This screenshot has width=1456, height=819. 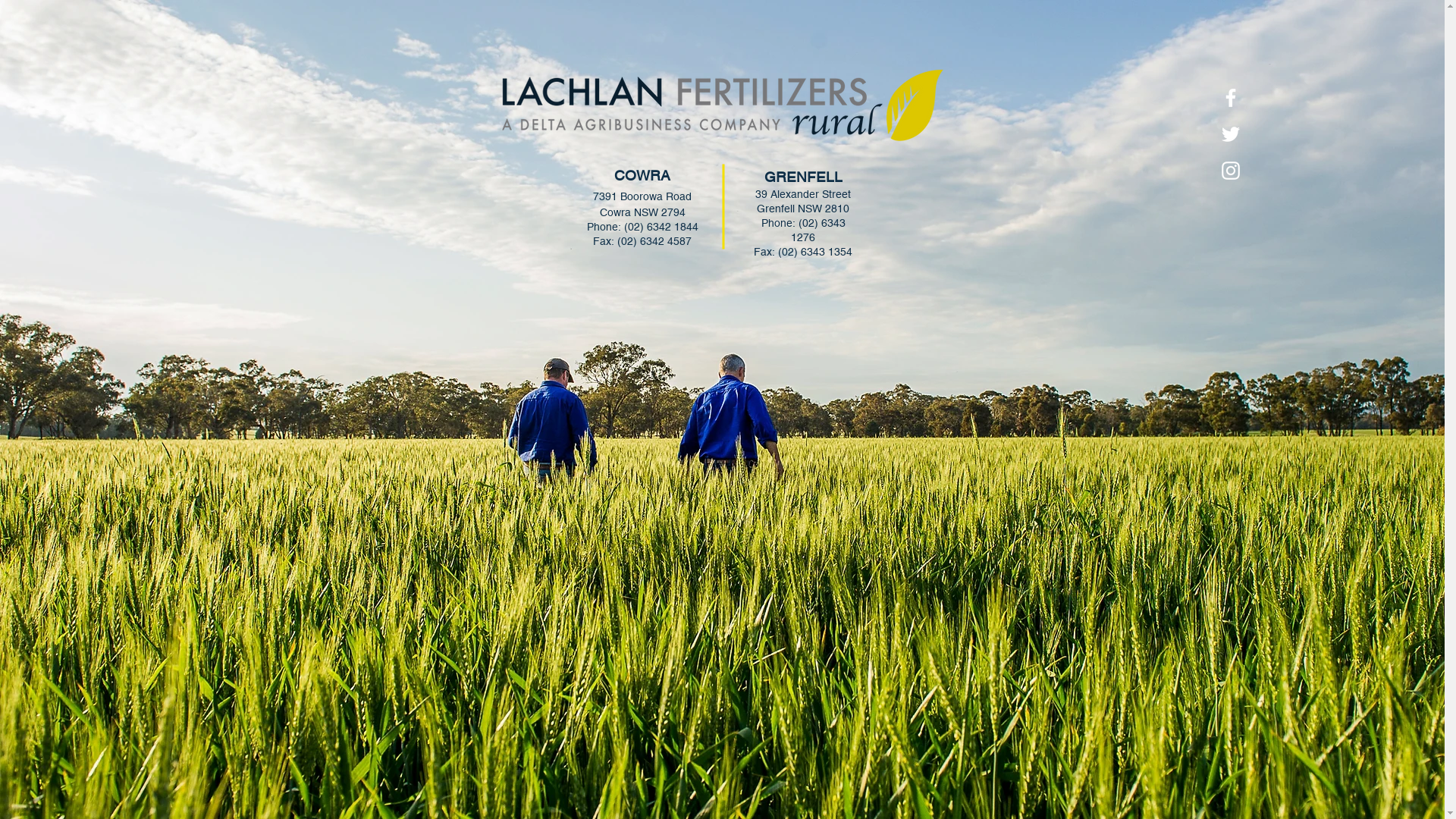 I want to click on '(02) 6342 1844', so click(x=660, y=227).